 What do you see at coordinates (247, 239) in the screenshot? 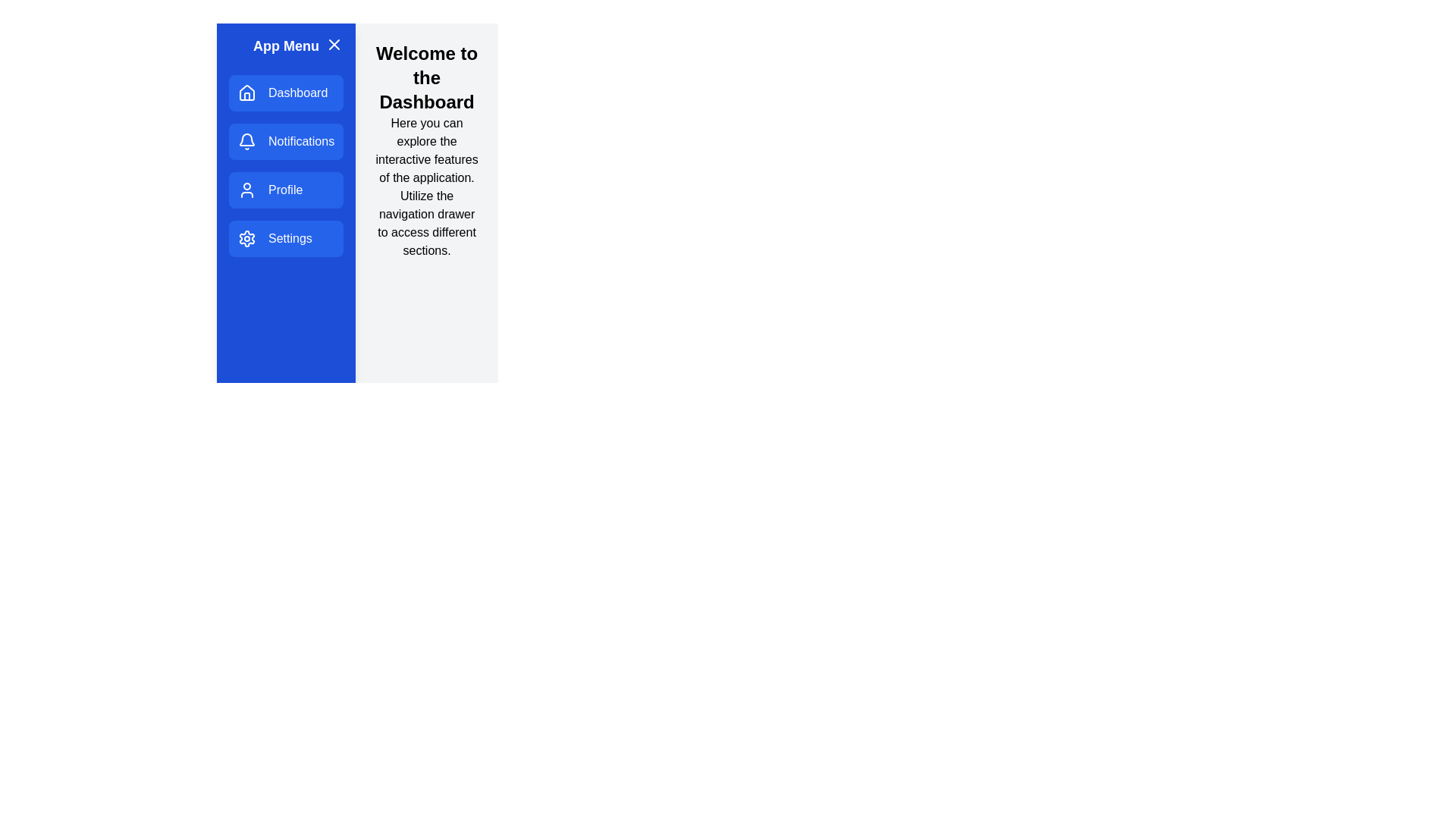
I see `the settings icon located on the right side of the 'Settings' button in the left sidebar, which is the fourth option in the vertical navigation stack` at bounding box center [247, 239].